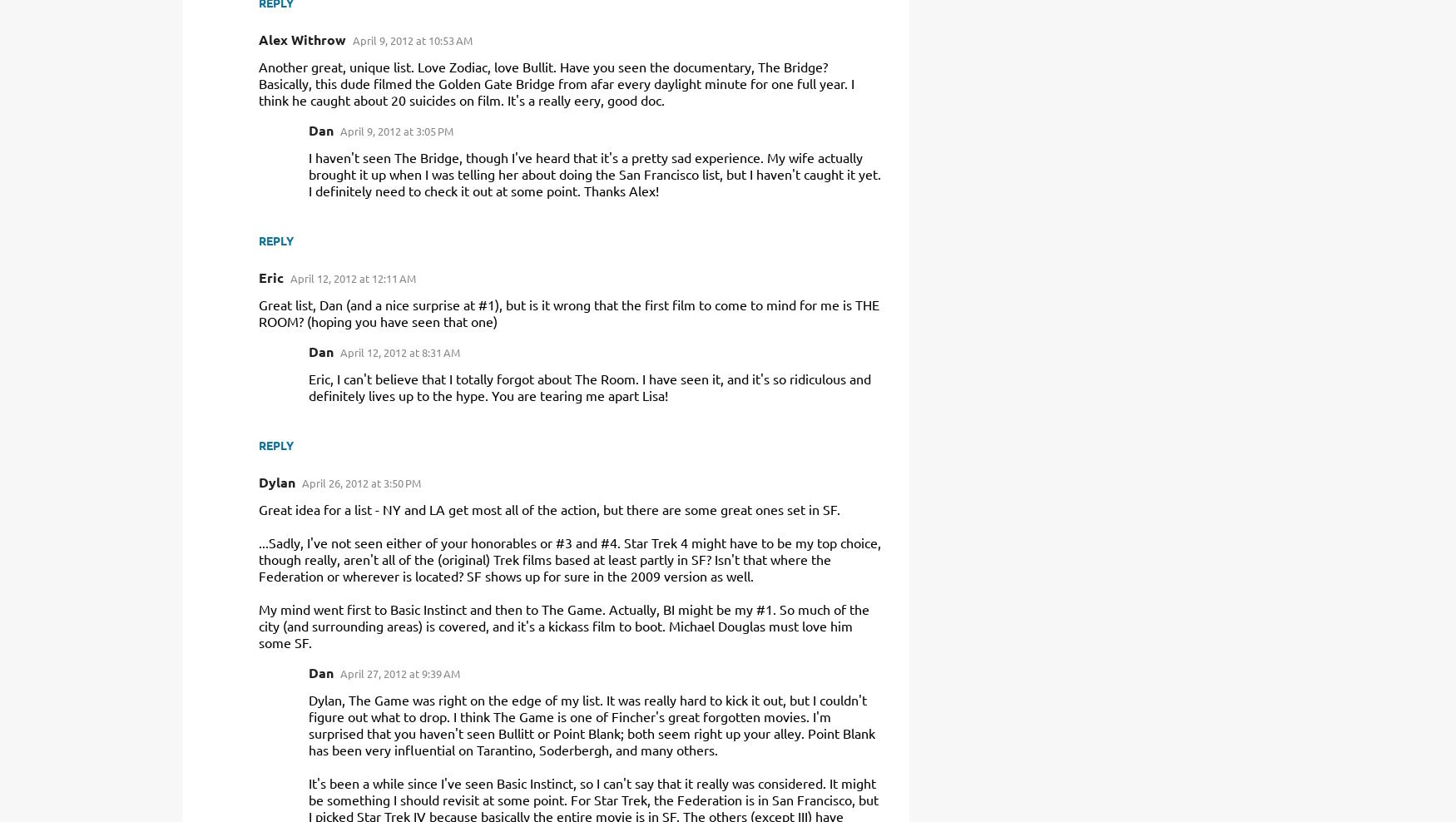 The height and width of the screenshot is (822, 1456). I want to click on 'April 27, 2012 at 9:39 AM', so click(400, 673).